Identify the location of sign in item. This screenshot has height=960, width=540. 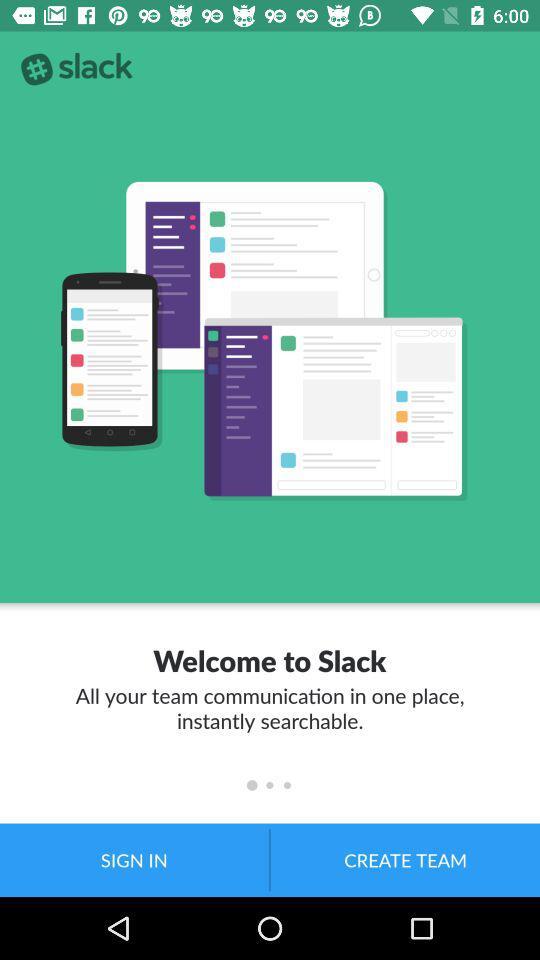
(134, 859).